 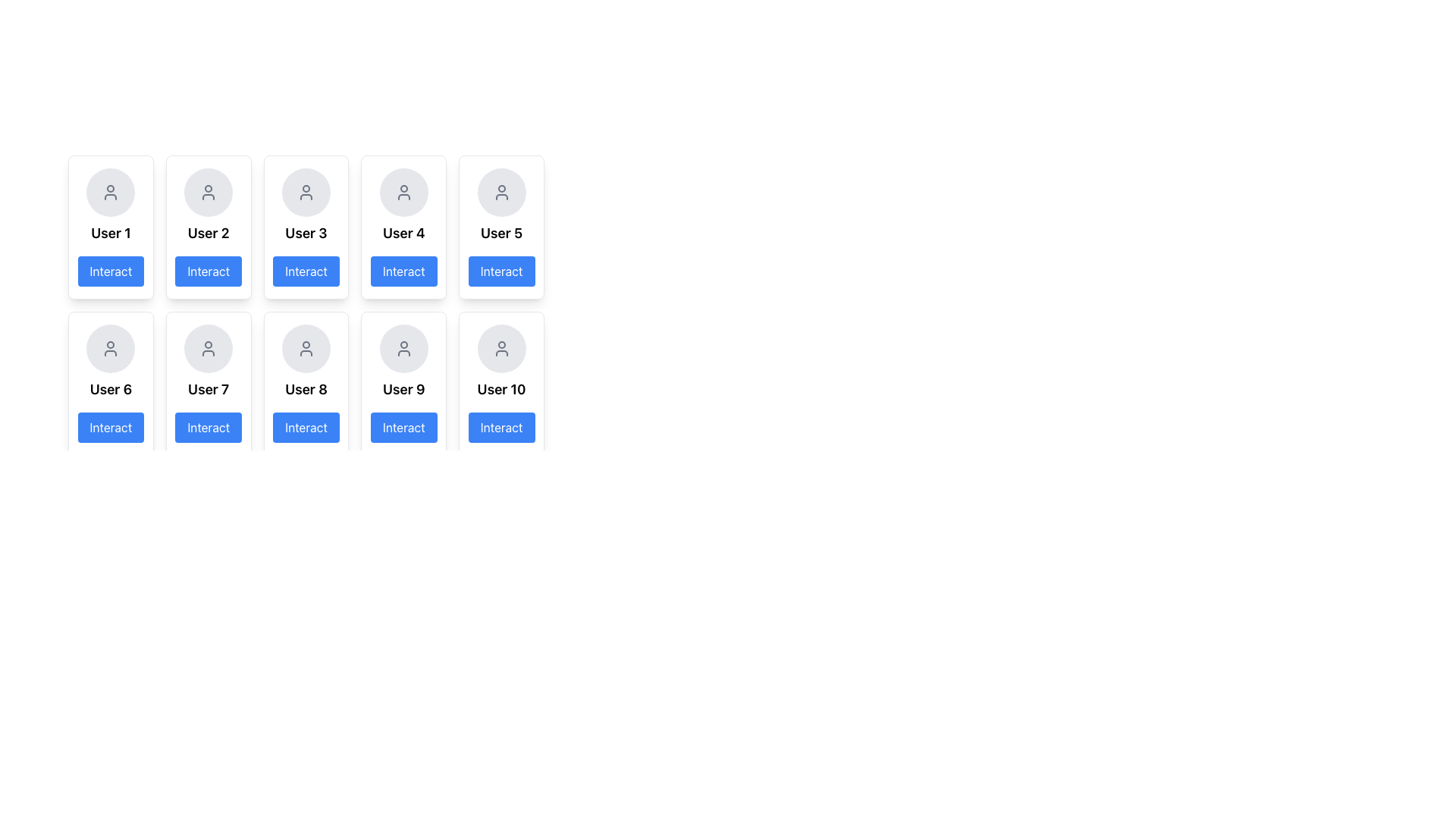 I want to click on text content of the label displaying 'User 10', which is styled in bold font and located below a user icon in a grid layout, so click(x=501, y=388).